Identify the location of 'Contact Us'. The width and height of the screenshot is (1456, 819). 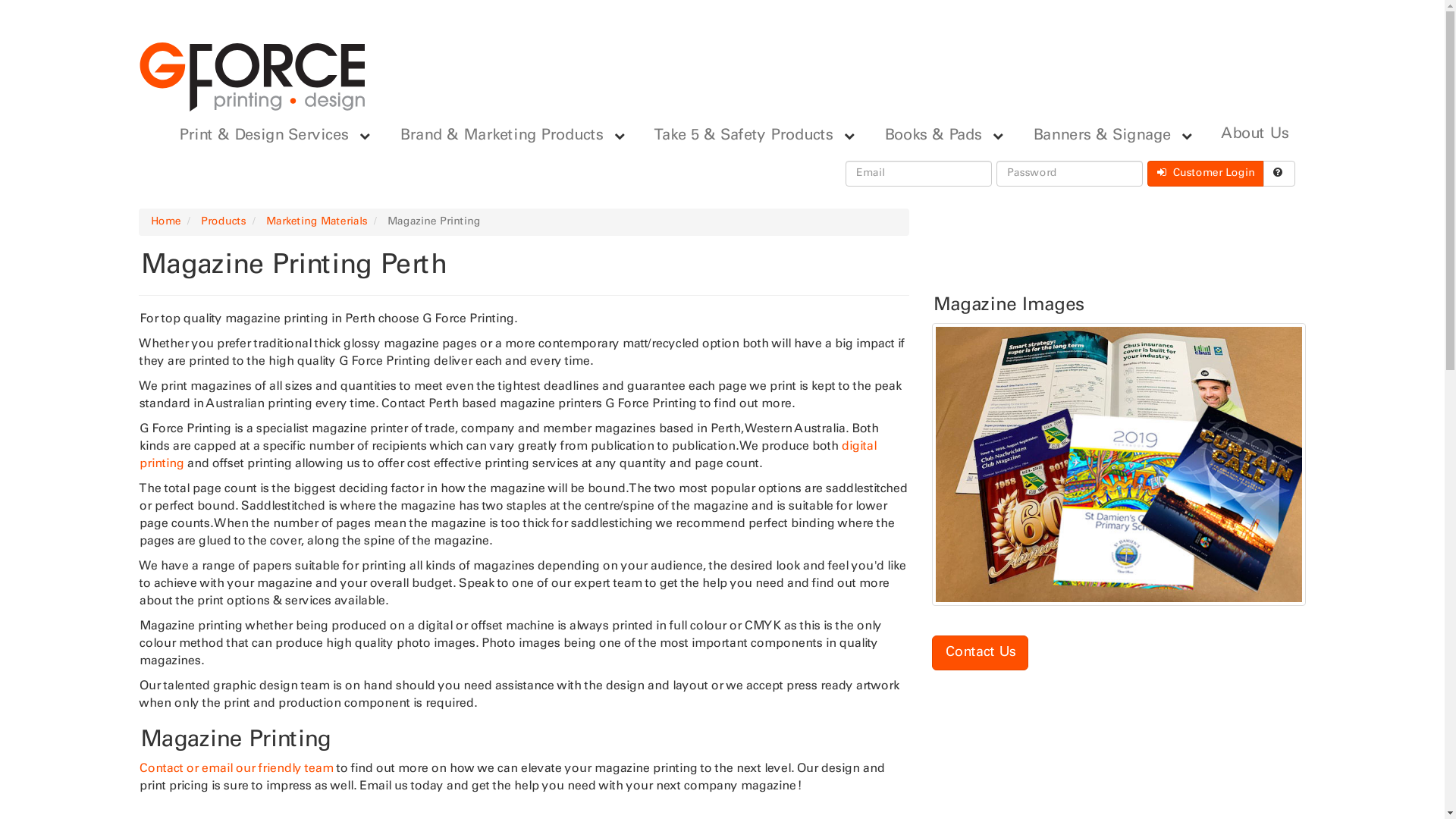
(930, 651).